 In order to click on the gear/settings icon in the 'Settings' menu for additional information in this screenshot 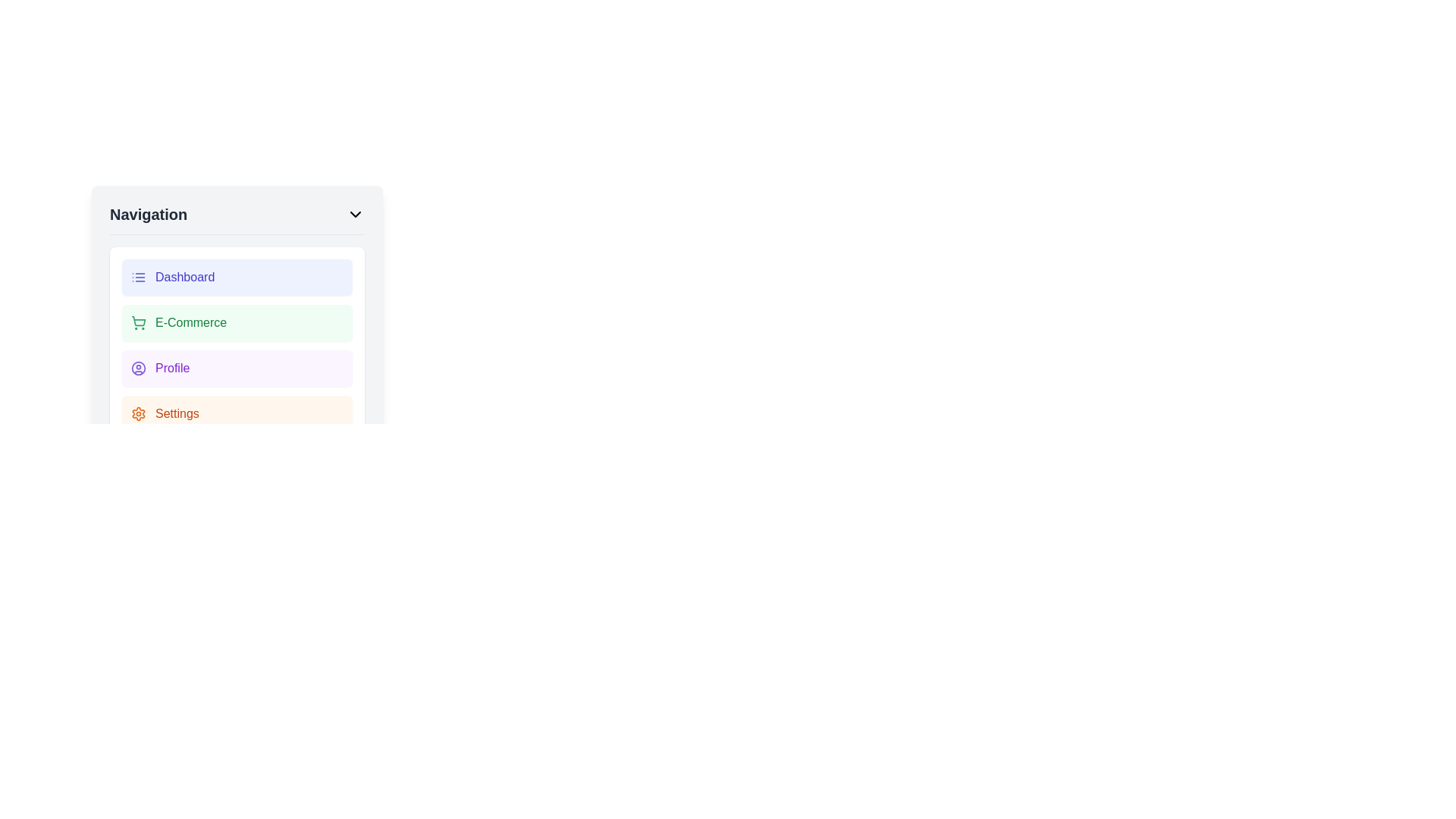, I will do `click(138, 414)`.